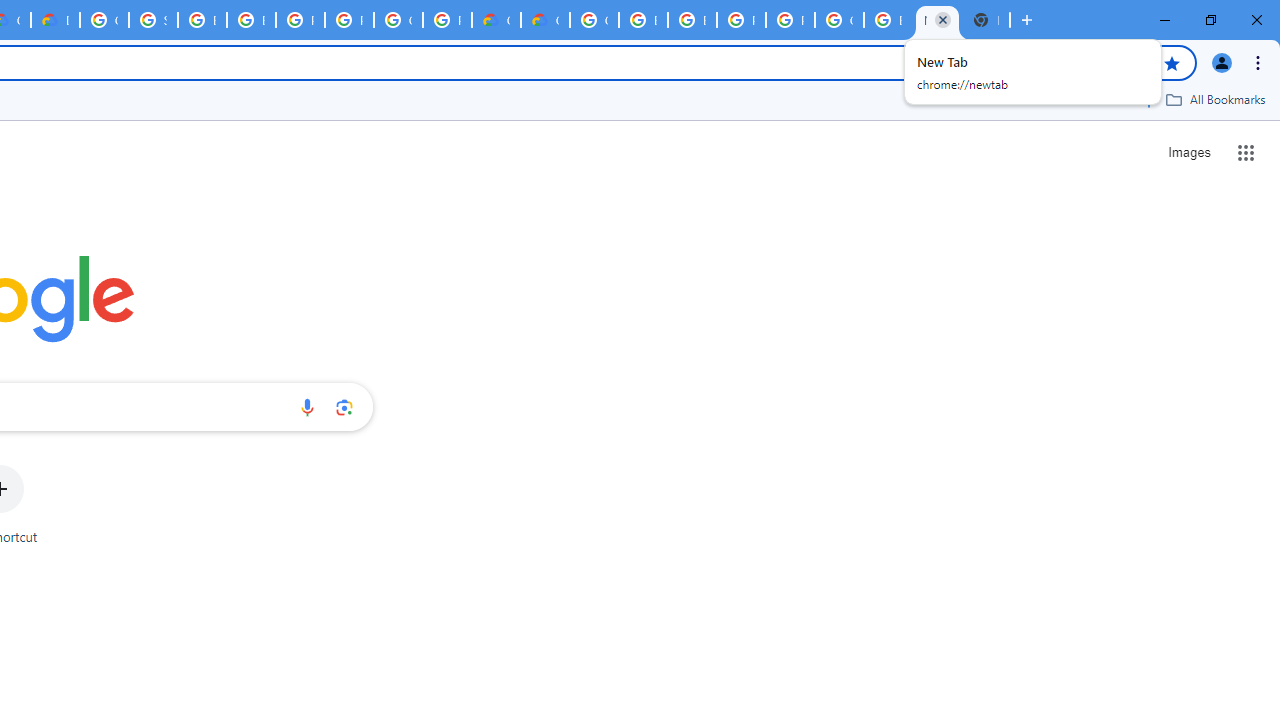 This screenshot has width=1280, height=720. I want to click on 'Google Cloud Estimate Summary', so click(545, 20).